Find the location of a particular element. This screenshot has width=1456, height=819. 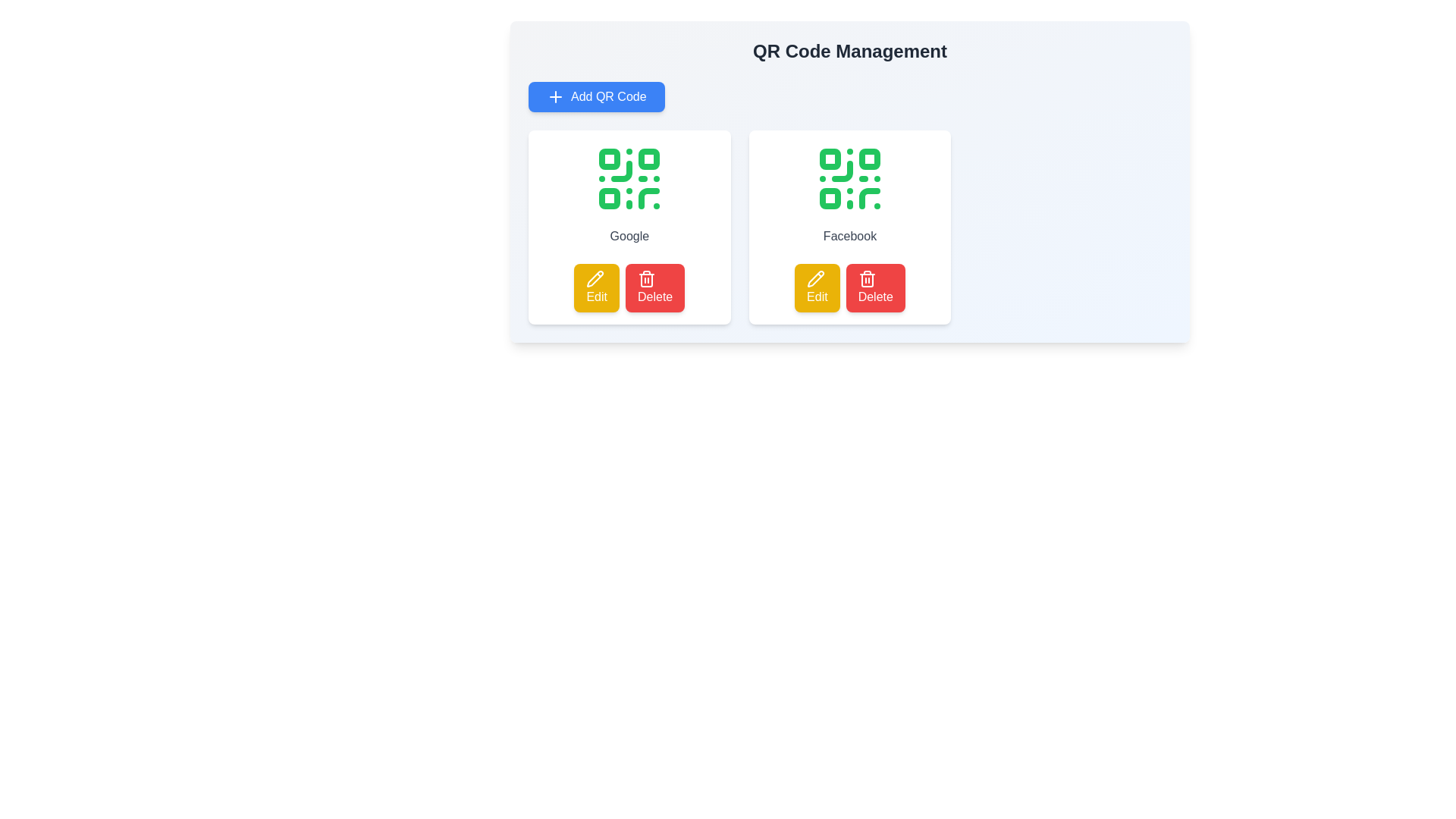

the trash bin icon within the 'Delete' button, which is outlined in white against a red background and located below the 'Google' label and QR code is located at coordinates (647, 278).